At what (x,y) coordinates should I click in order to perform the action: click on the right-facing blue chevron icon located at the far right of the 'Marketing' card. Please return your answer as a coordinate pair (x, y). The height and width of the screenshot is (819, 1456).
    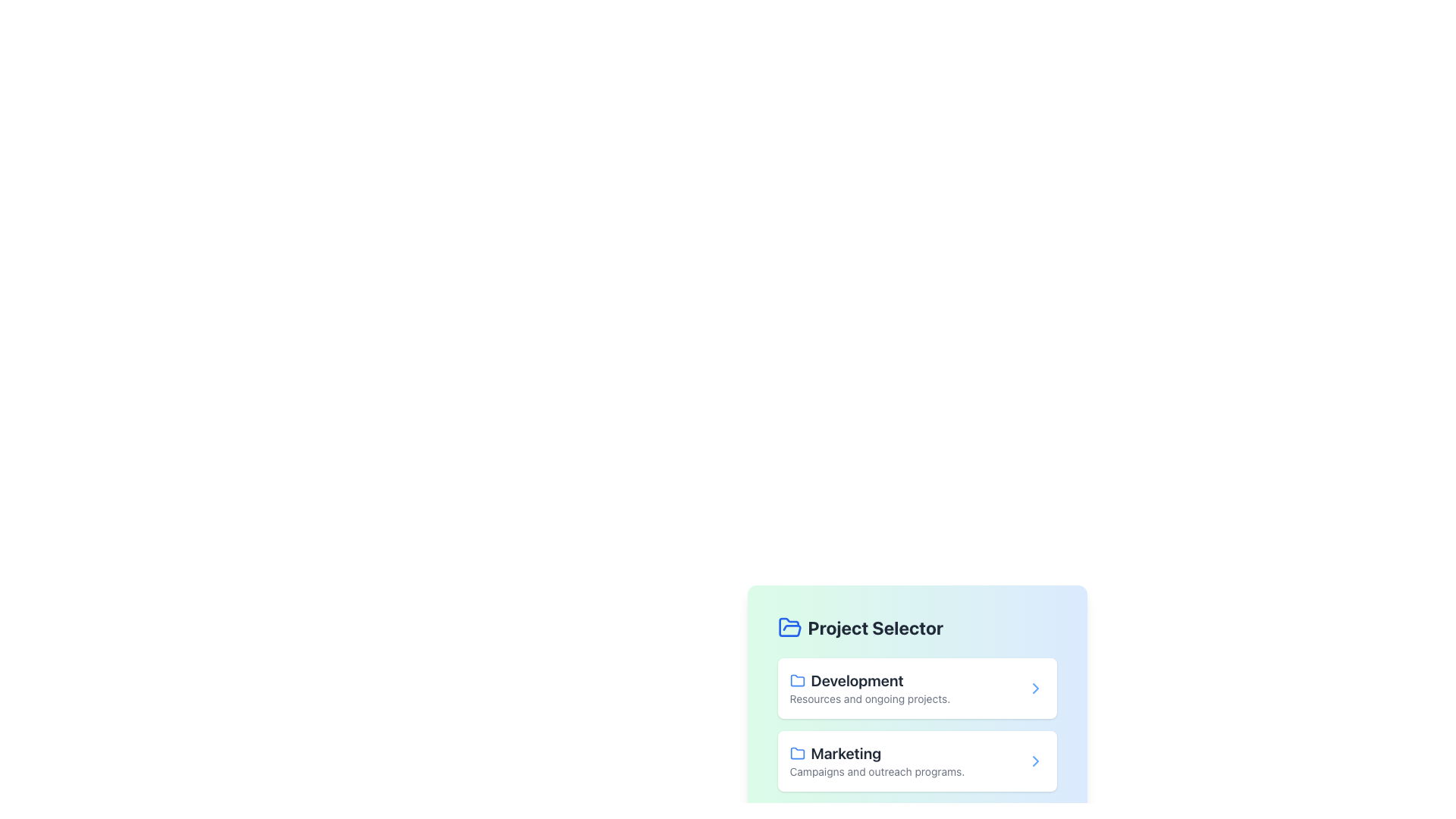
    Looking at the image, I should click on (1034, 761).